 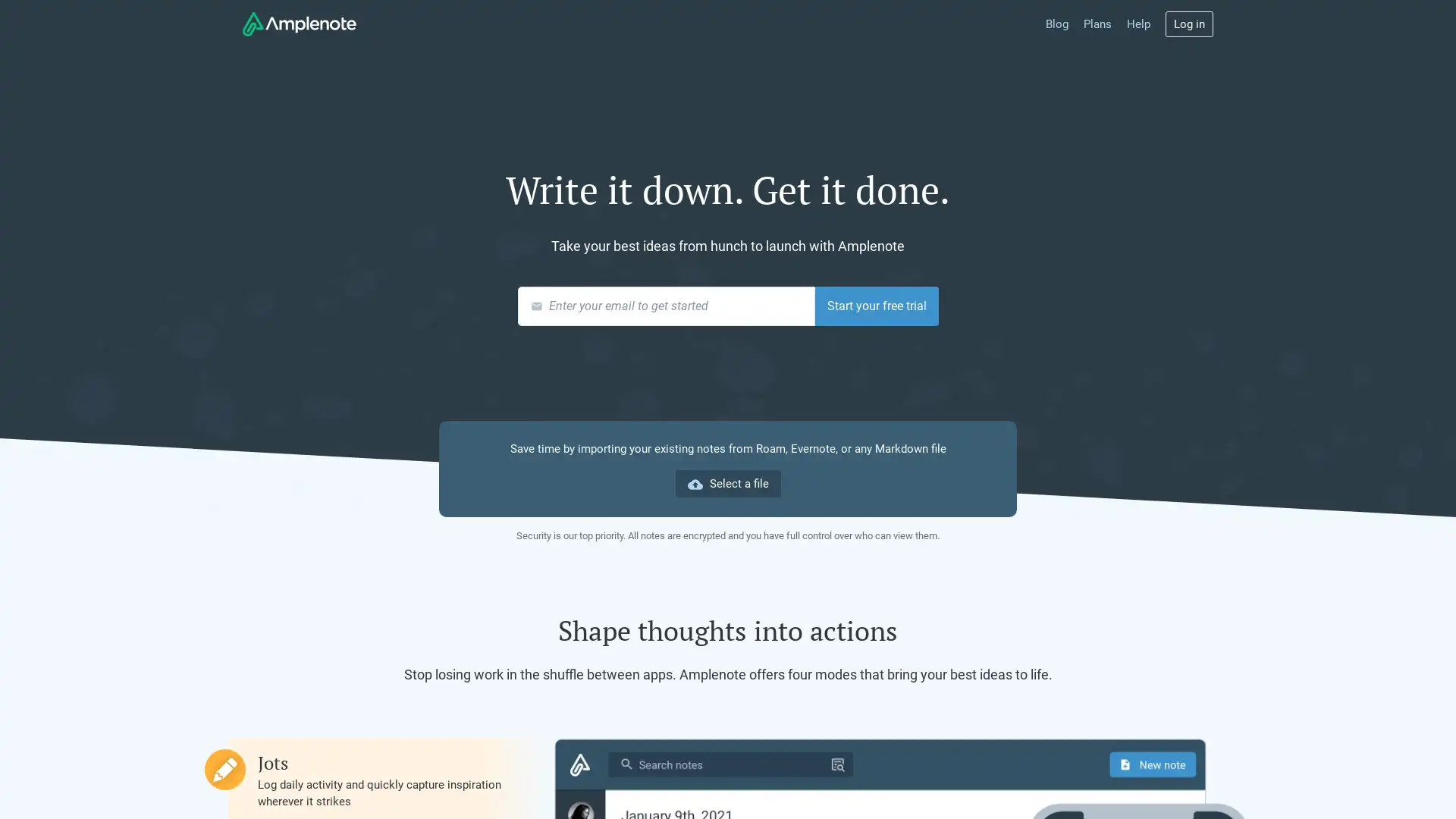 What do you see at coordinates (876, 306) in the screenshot?
I see `Start your free trial` at bounding box center [876, 306].